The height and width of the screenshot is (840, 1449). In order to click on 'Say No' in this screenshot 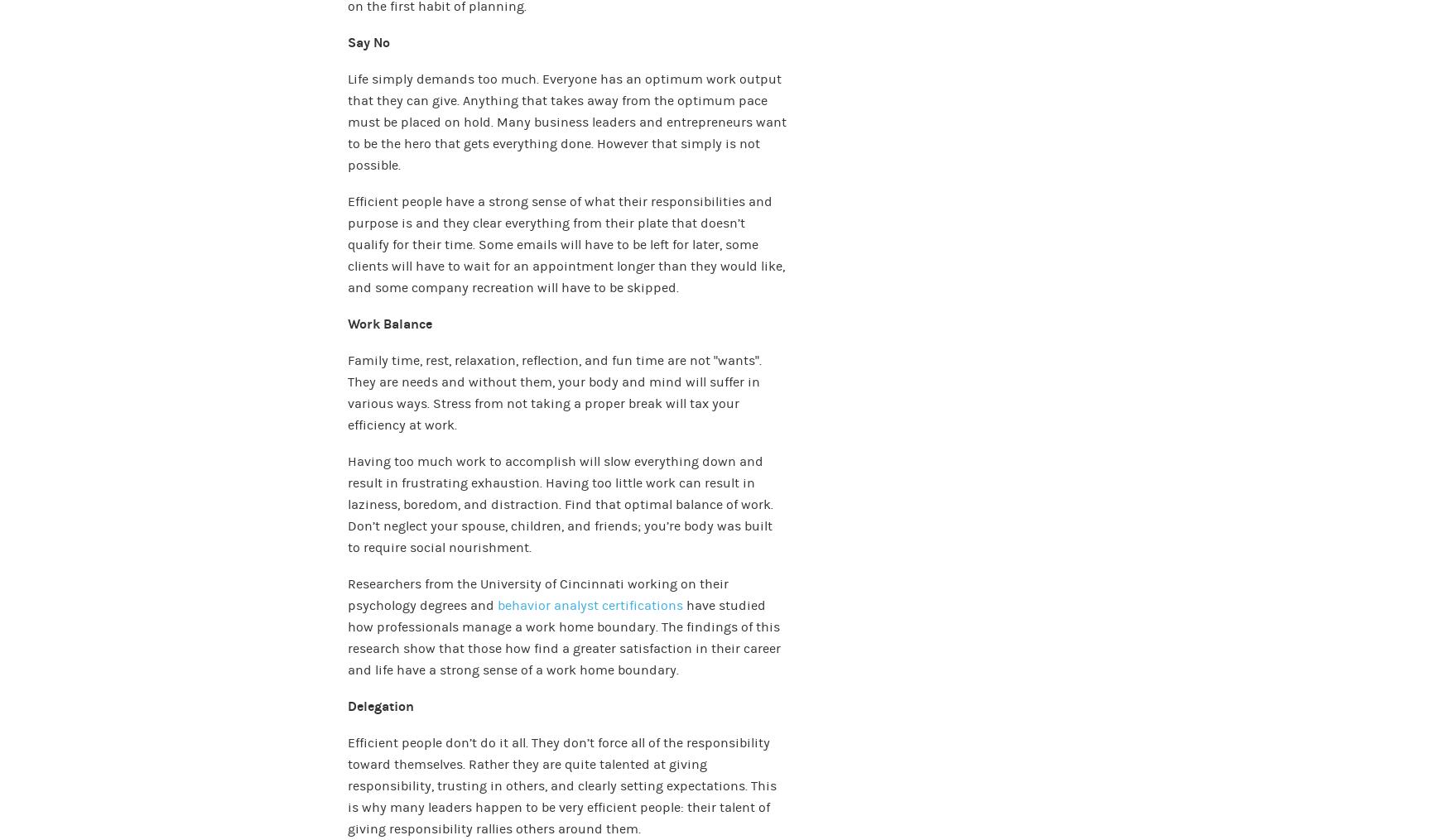, I will do `click(347, 41)`.